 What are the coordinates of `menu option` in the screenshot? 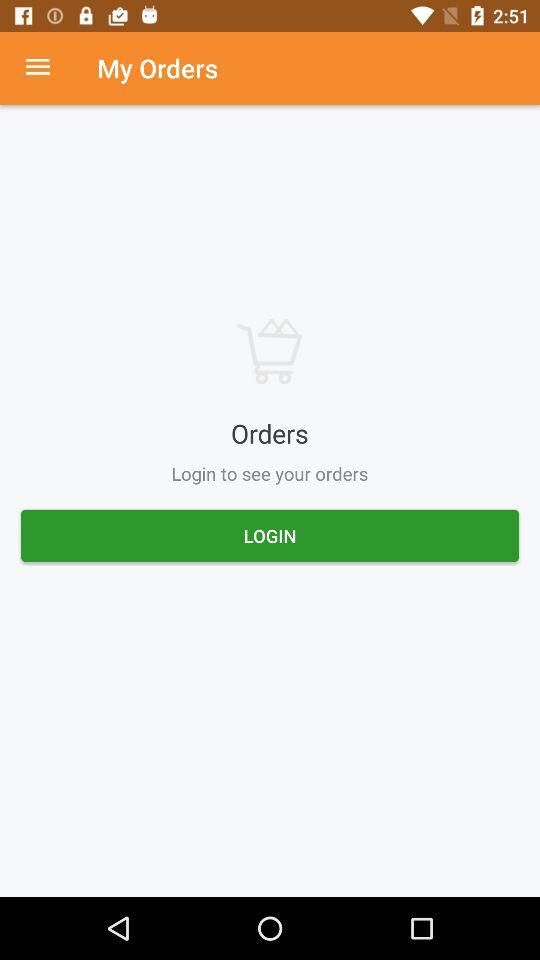 It's located at (48, 68).